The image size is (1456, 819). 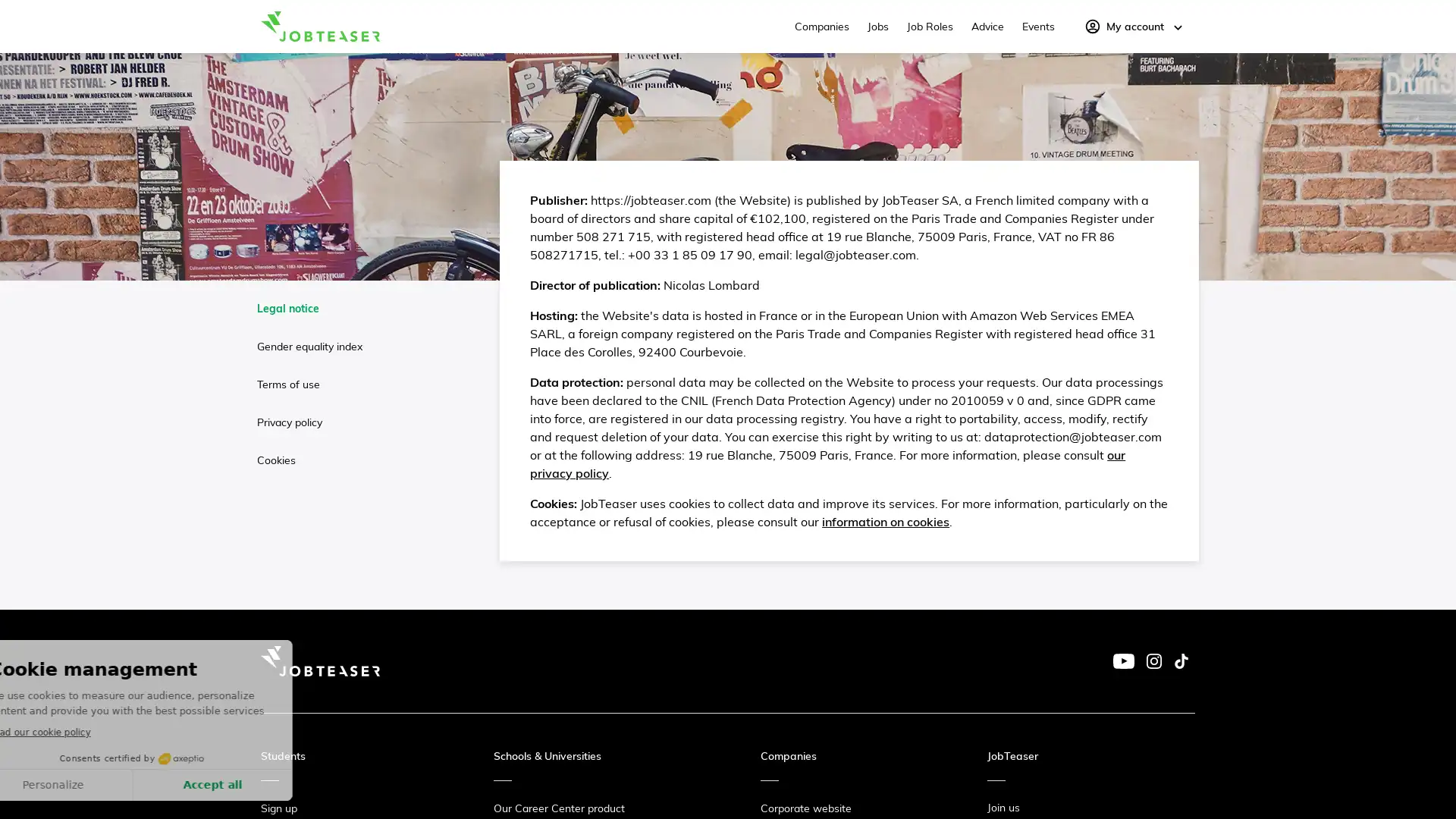 I want to click on Personalize, so click(x=93, y=784).